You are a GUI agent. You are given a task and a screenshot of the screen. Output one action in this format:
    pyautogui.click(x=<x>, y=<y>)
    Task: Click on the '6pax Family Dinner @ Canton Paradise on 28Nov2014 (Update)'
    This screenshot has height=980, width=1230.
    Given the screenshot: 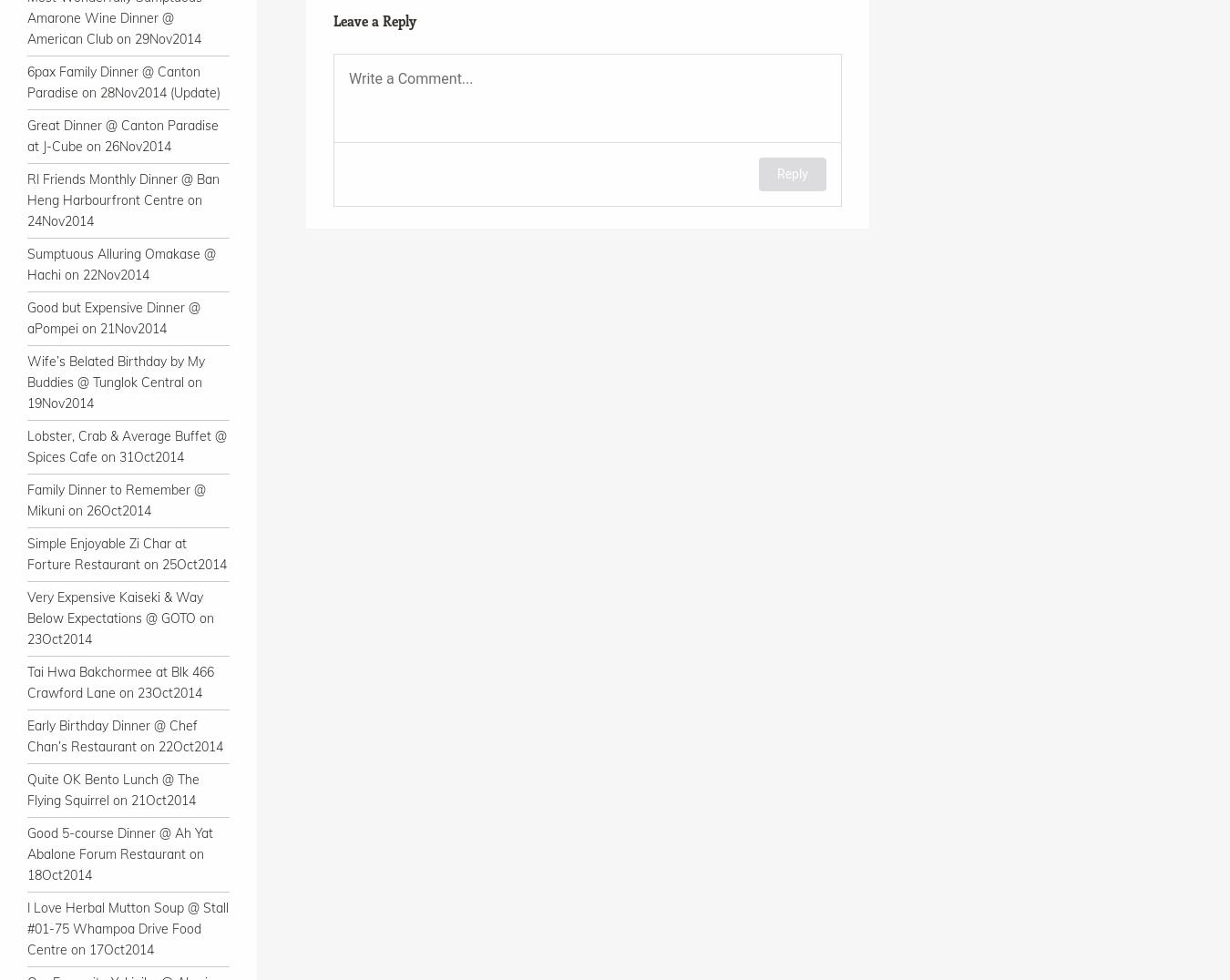 What is the action you would take?
    pyautogui.click(x=26, y=81)
    